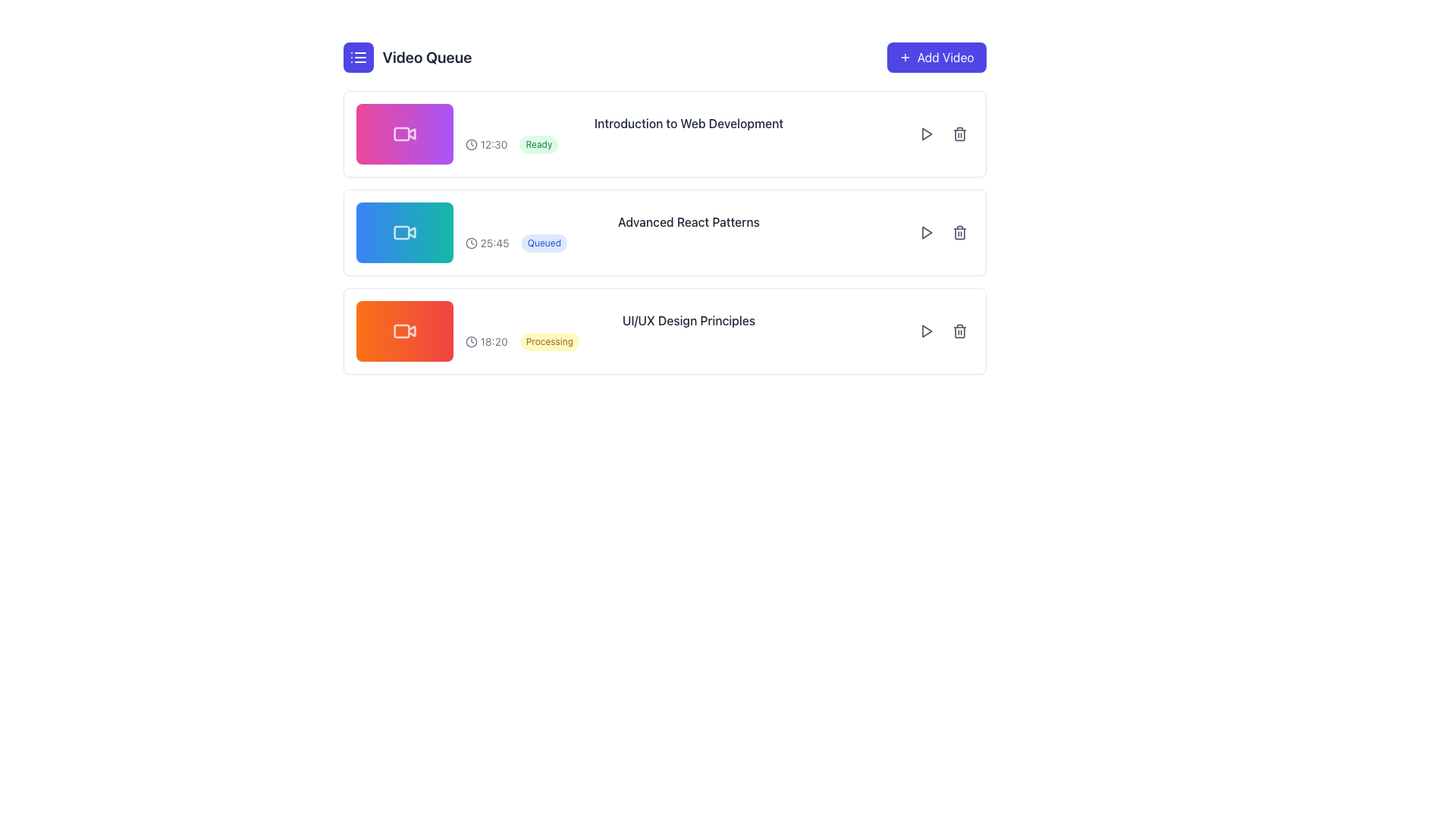  Describe the element at coordinates (357, 57) in the screenshot. I see `the menu toggle button located at the top-left corner of the interface, adjacent to the 'Video Queue' title, for keyboard navigation` at that location.